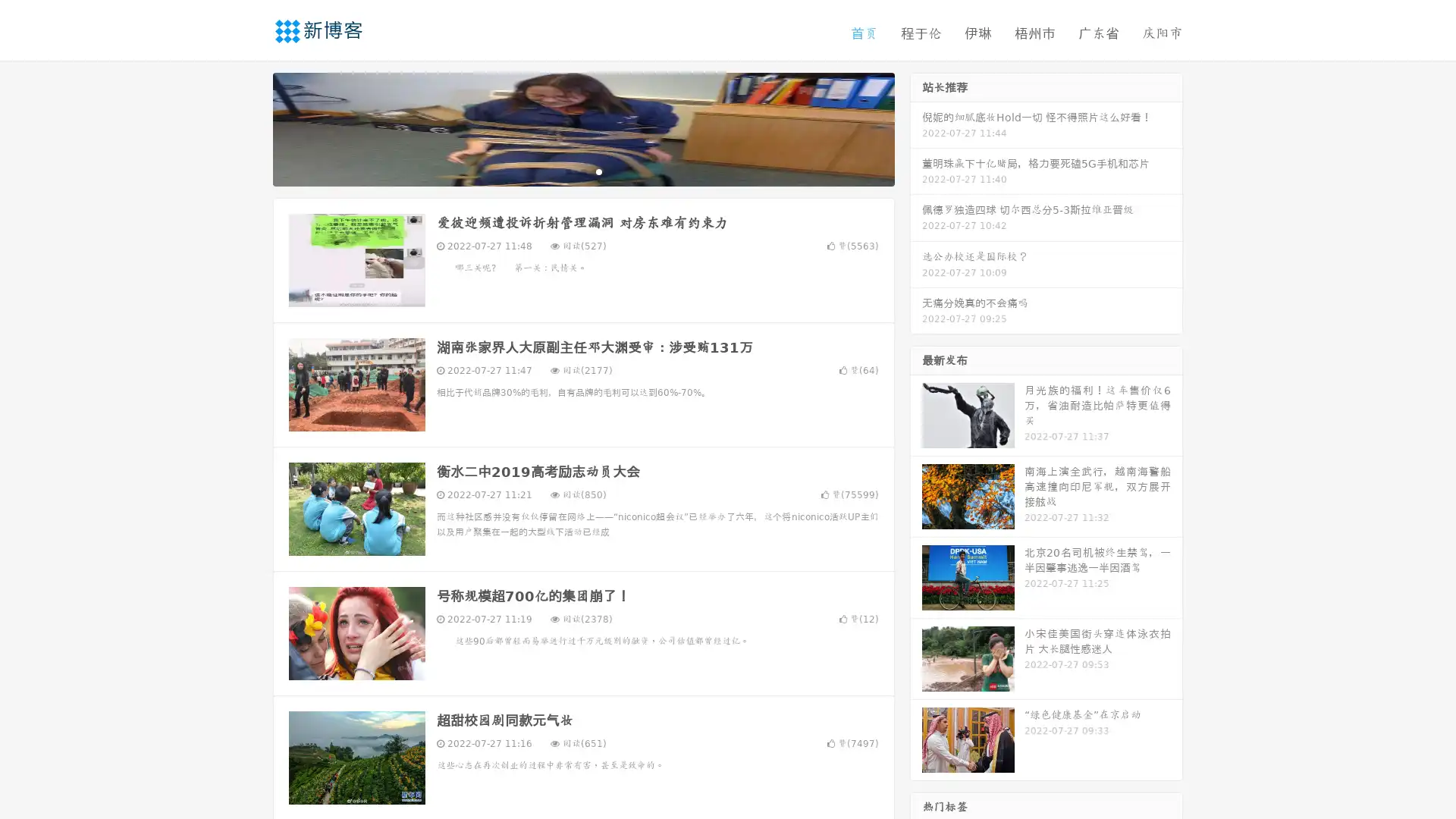 This screenshot has height=819, width=1456. Describe the element at coordinates (598, 171) in the screenshot. I see `Go to slide 3` at that location.